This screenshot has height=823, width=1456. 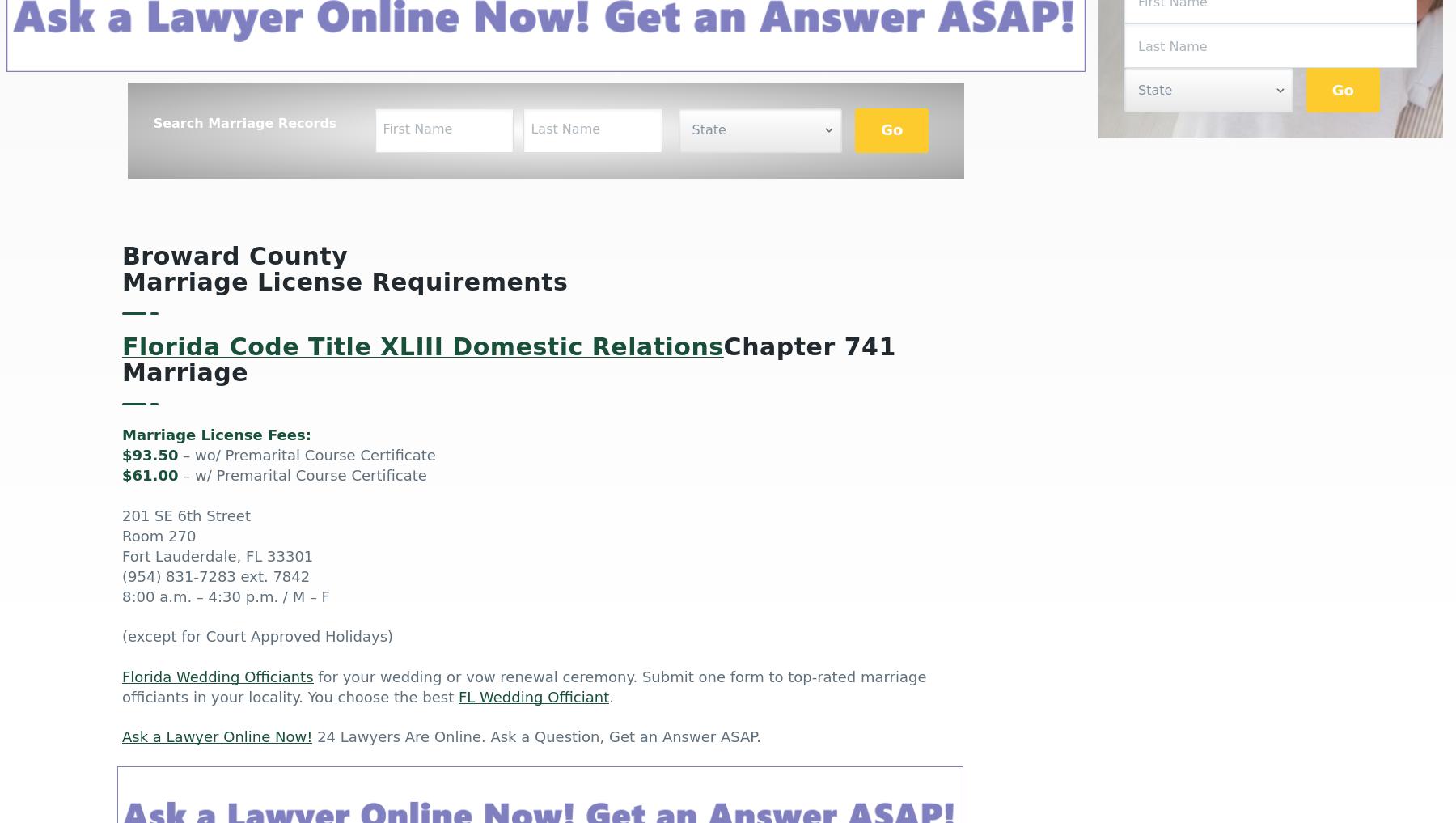 I want to click on 'Marriage License Requirements', so click(x=345, y=282).